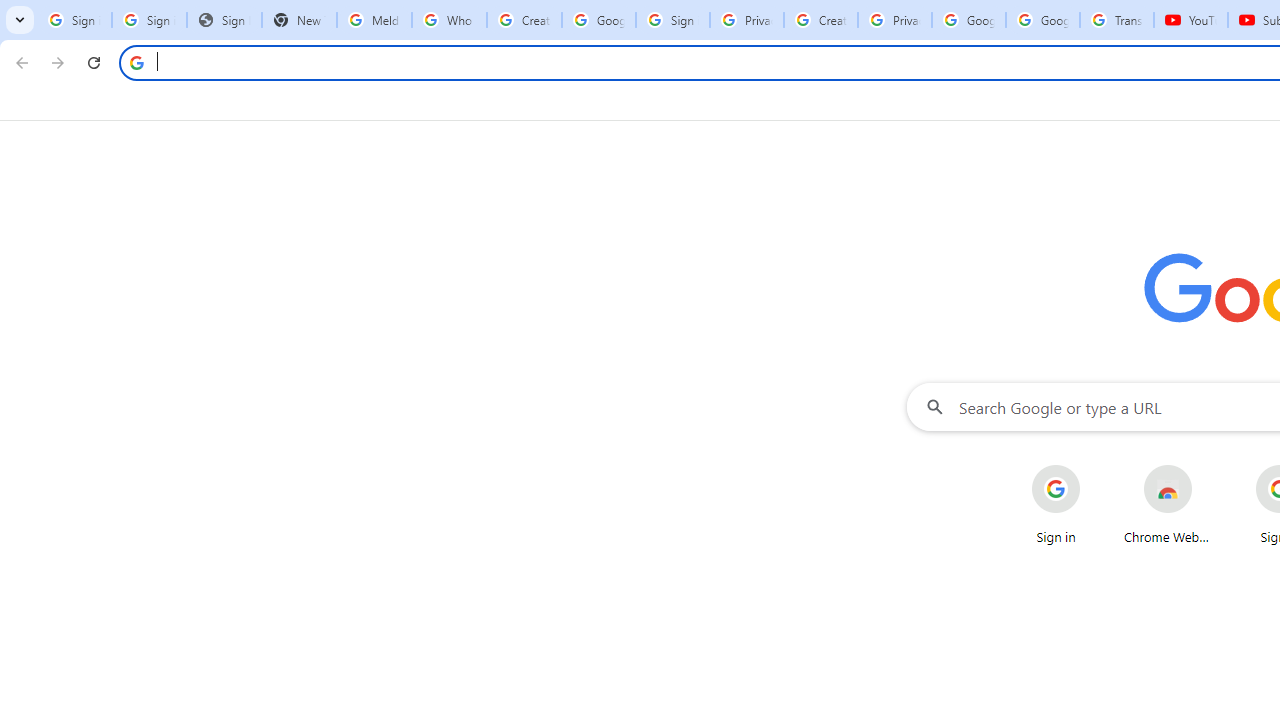 This screenshot has height=720, width=1280. I want to click on 'New Tab', so click(298, 20).